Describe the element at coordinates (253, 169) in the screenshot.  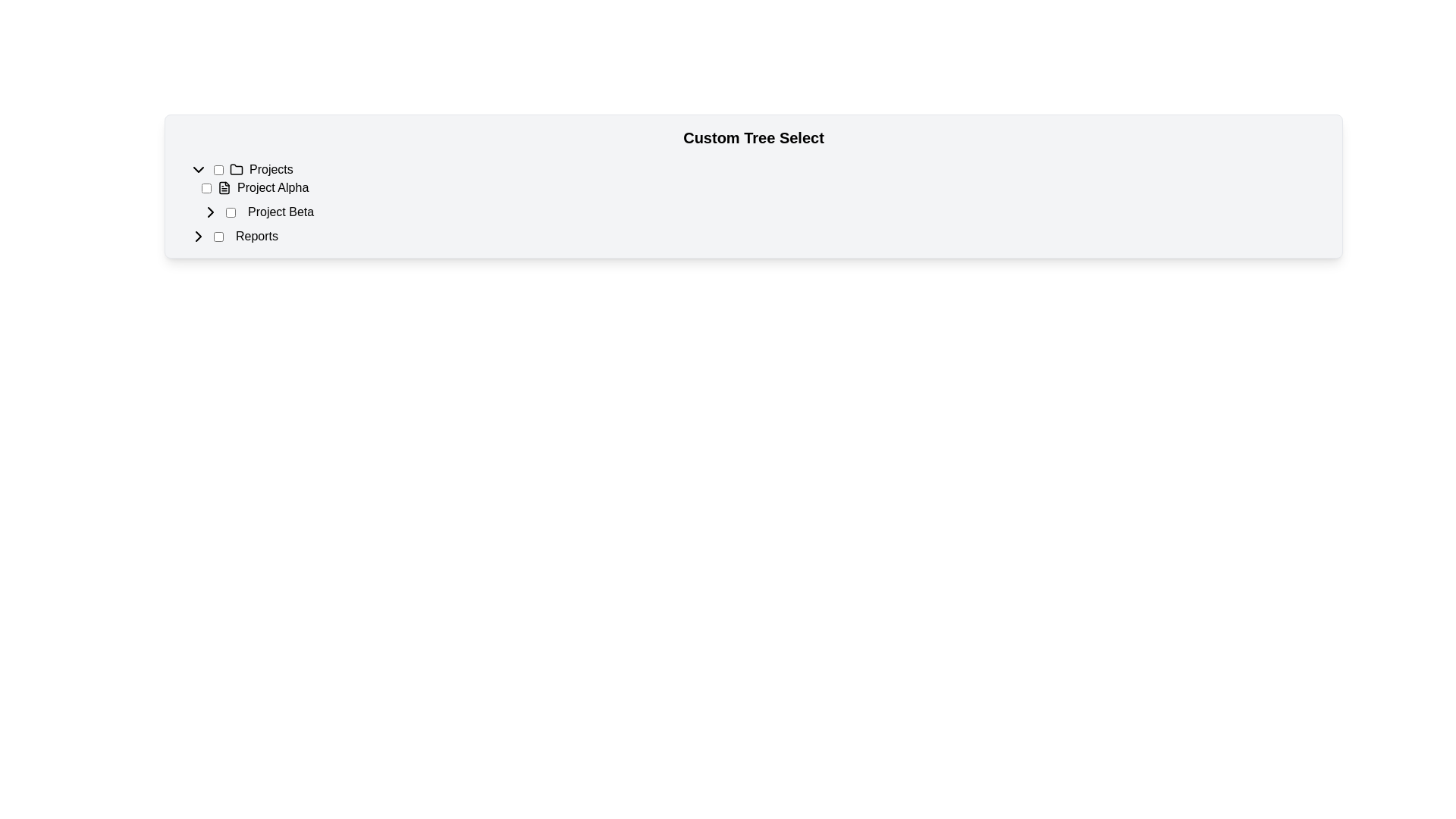
I see `the 'Projects' text label, which is the first item in a vertical list and has a checkbox and folder icon to its left` at that location.